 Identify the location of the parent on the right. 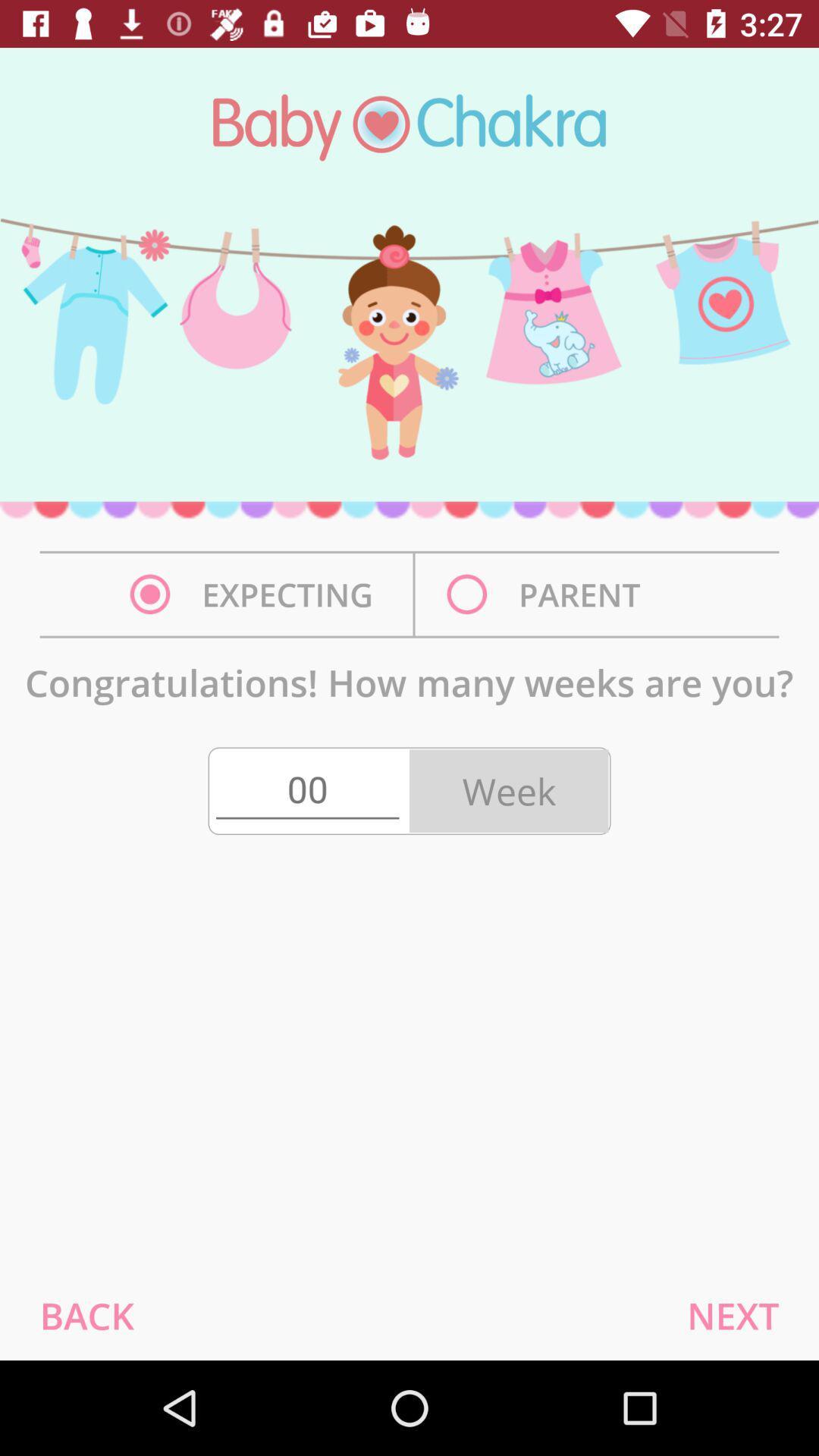
(548, 594).